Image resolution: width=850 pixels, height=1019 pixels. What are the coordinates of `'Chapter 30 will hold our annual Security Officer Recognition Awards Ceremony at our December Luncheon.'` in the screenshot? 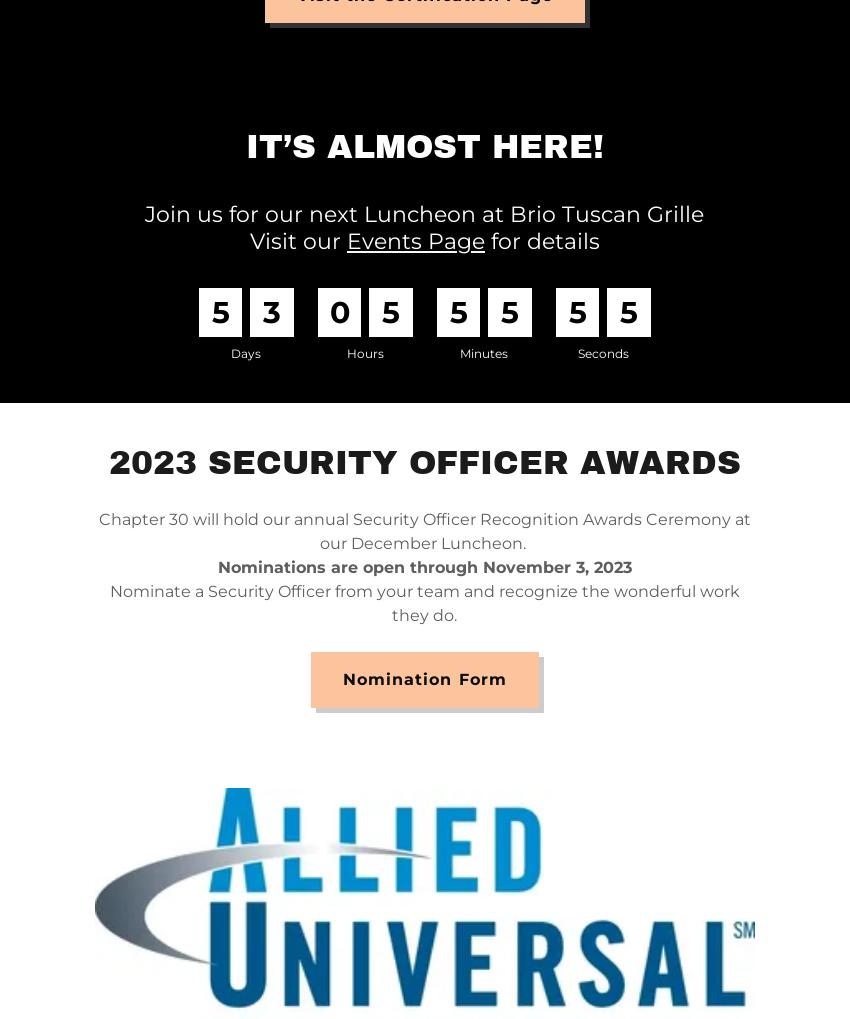 It's located at (423, 530).